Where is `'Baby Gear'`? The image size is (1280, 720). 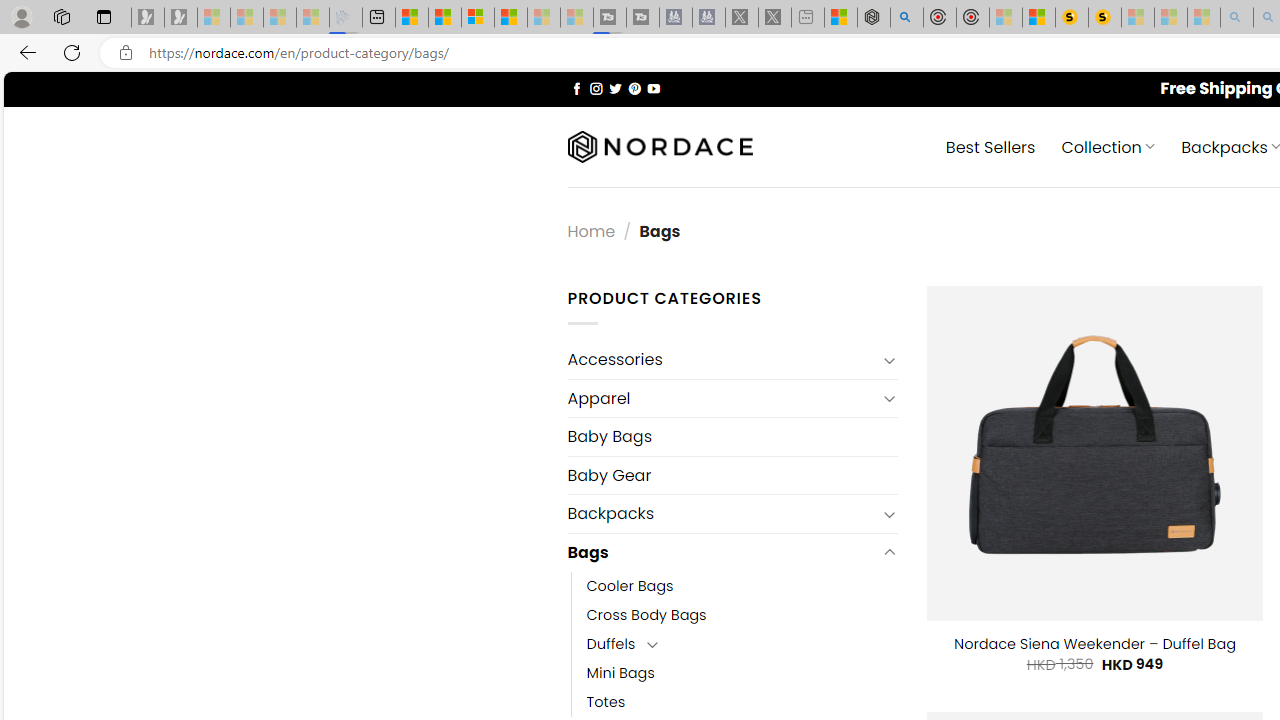 'Baby Gear' is located at coordinates (731, 475).